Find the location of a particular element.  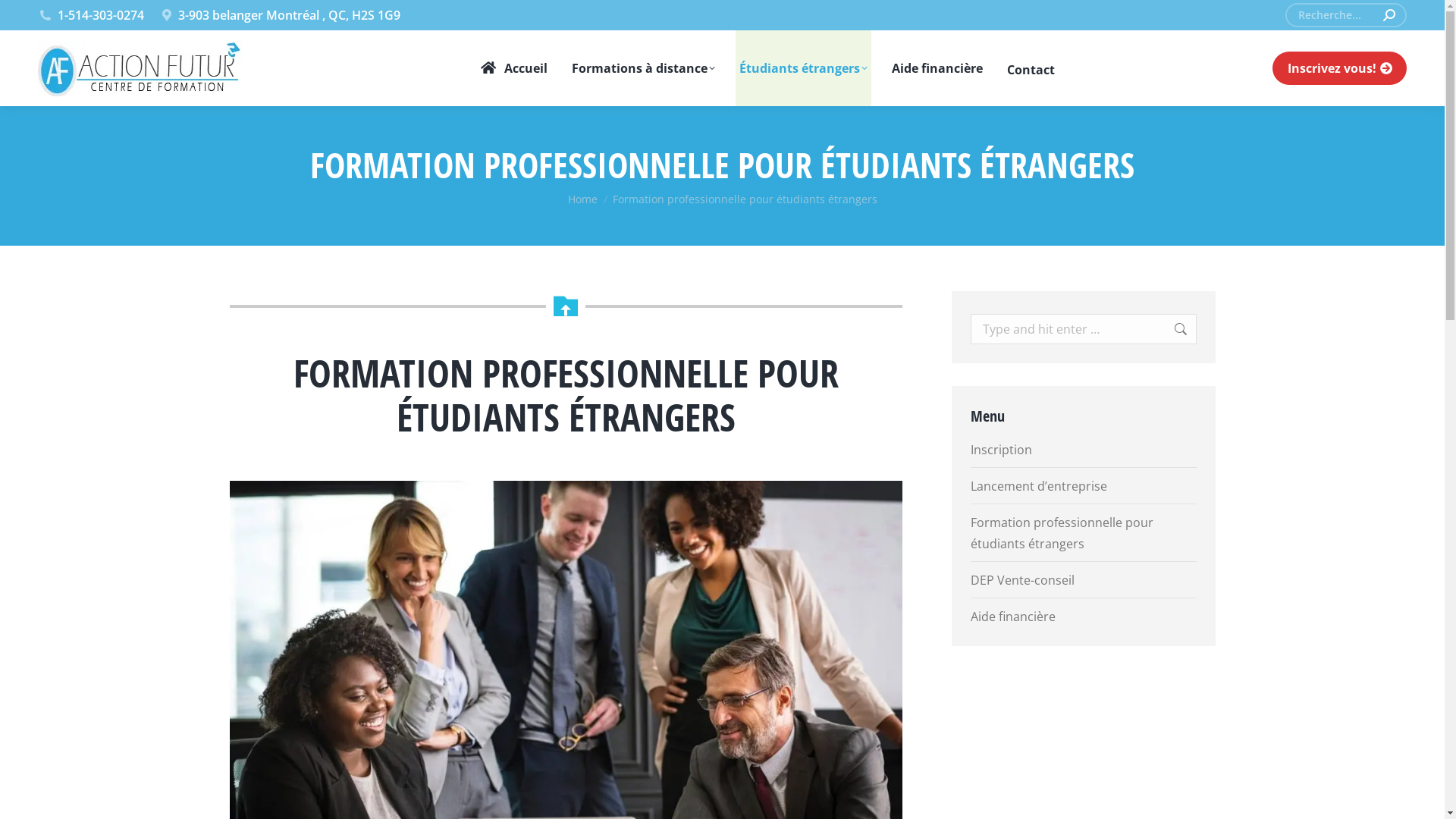

'Inscription' is located at coordinates (971, 449).